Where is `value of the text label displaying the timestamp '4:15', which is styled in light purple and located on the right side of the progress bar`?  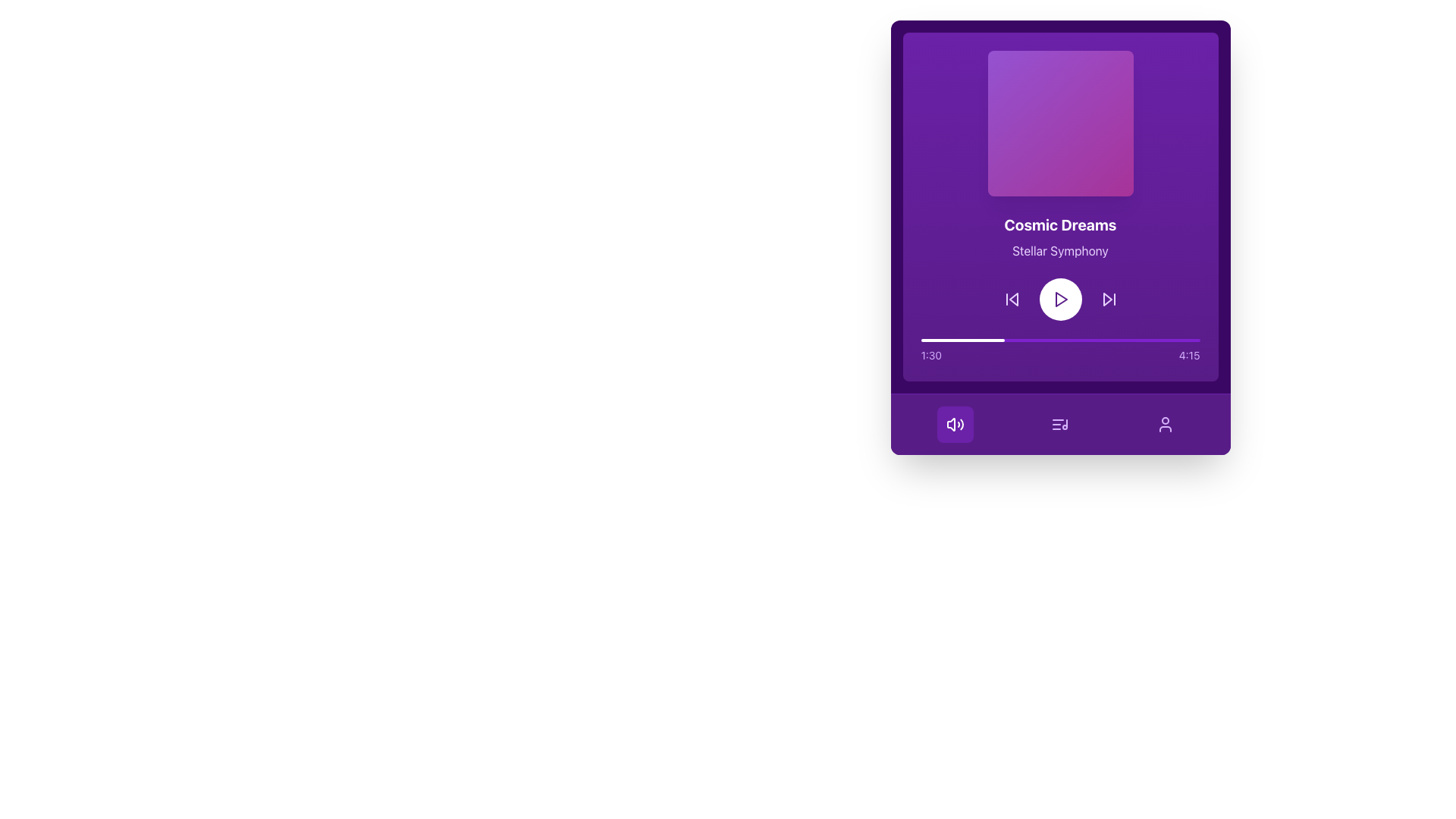
value of the text label displaying the timestamp '4:15', which is styled in light purple and located on the right side of the progress bar is located at coordinates (1188, 356).